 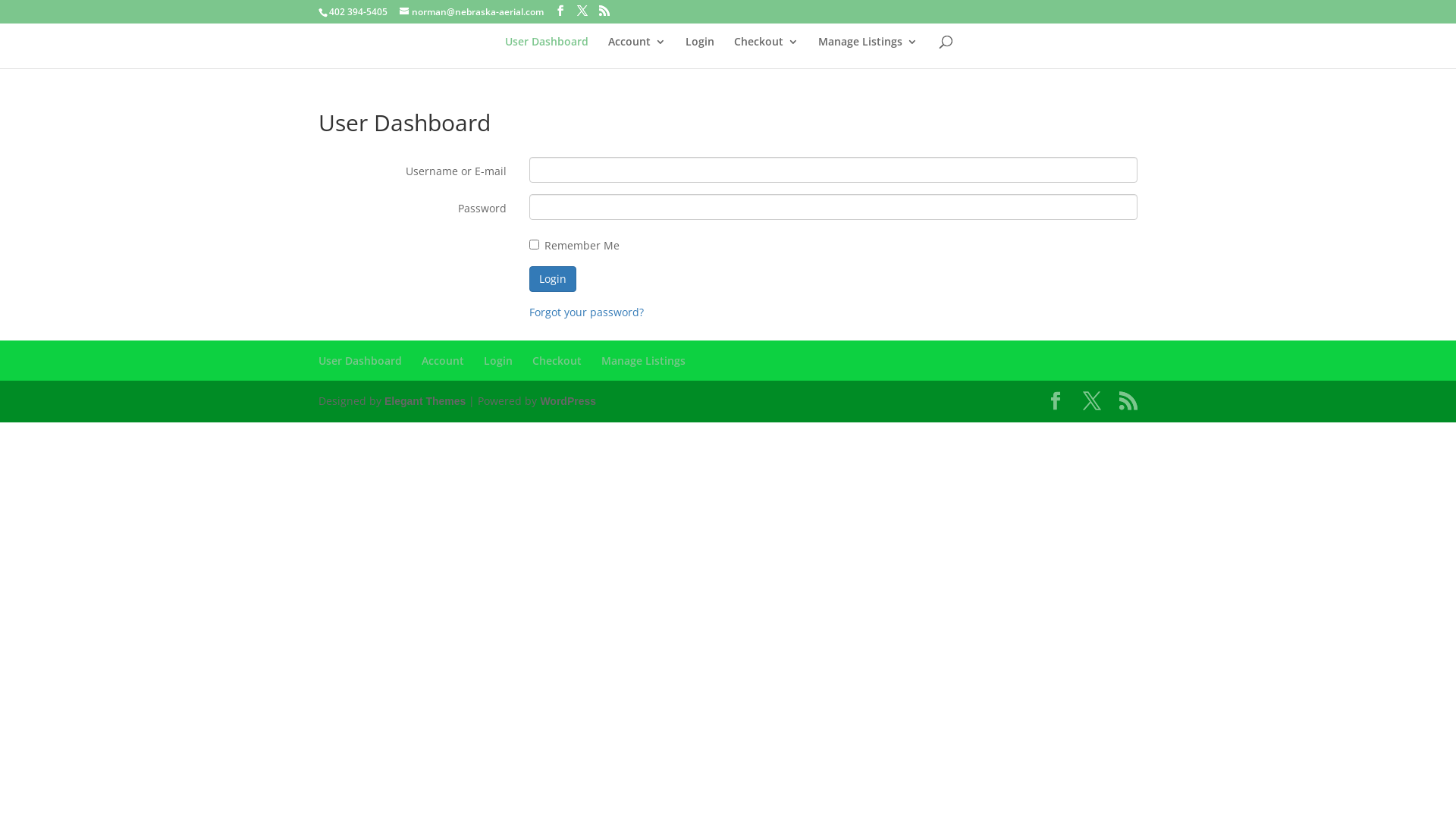 What do you see at coordinates (556, 360) in the screenshot?
I see `'Checkout'` at bounding box center [556, 360].